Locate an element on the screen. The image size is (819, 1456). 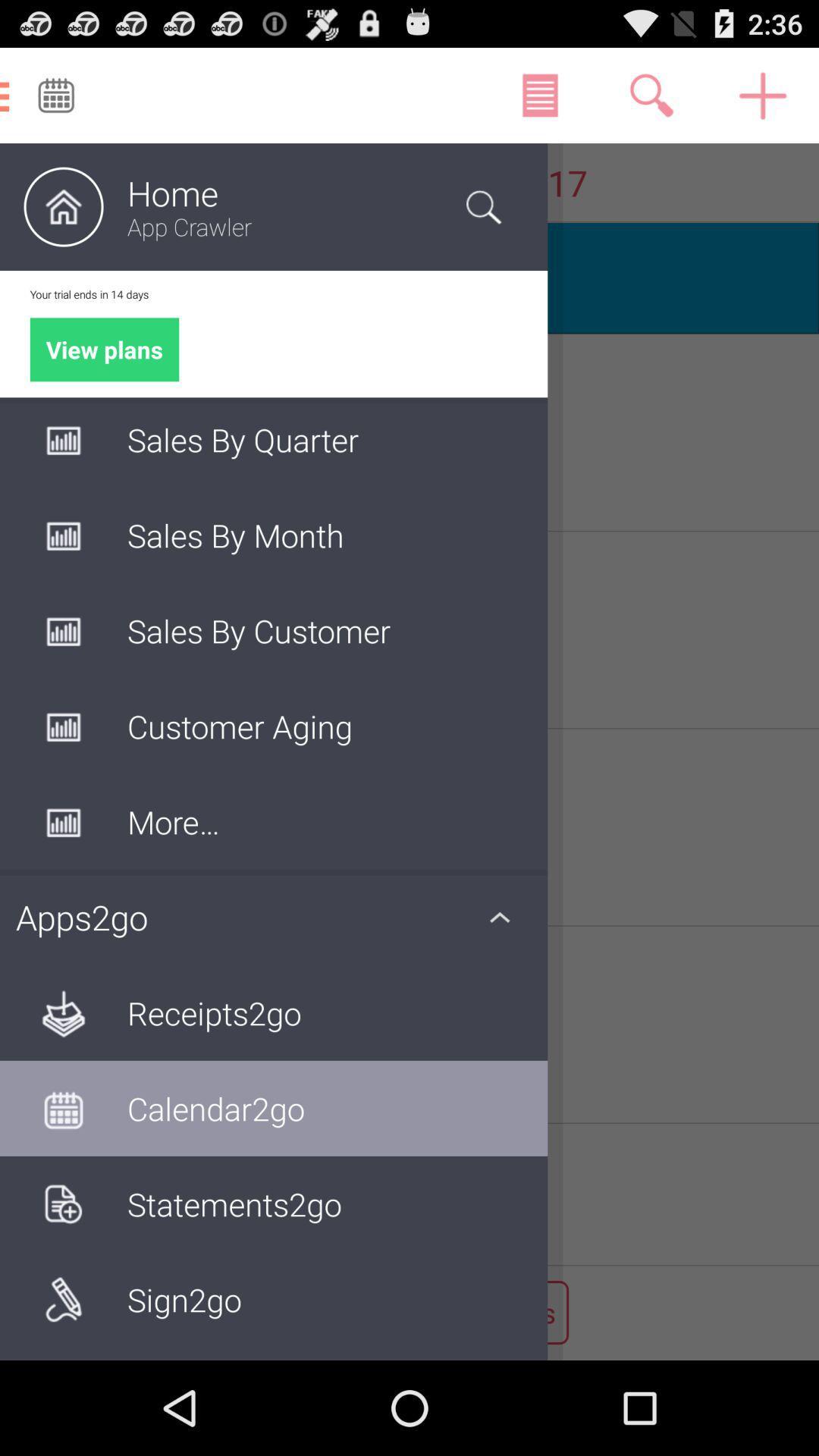
the home icon is located at coordinates (63, 221).